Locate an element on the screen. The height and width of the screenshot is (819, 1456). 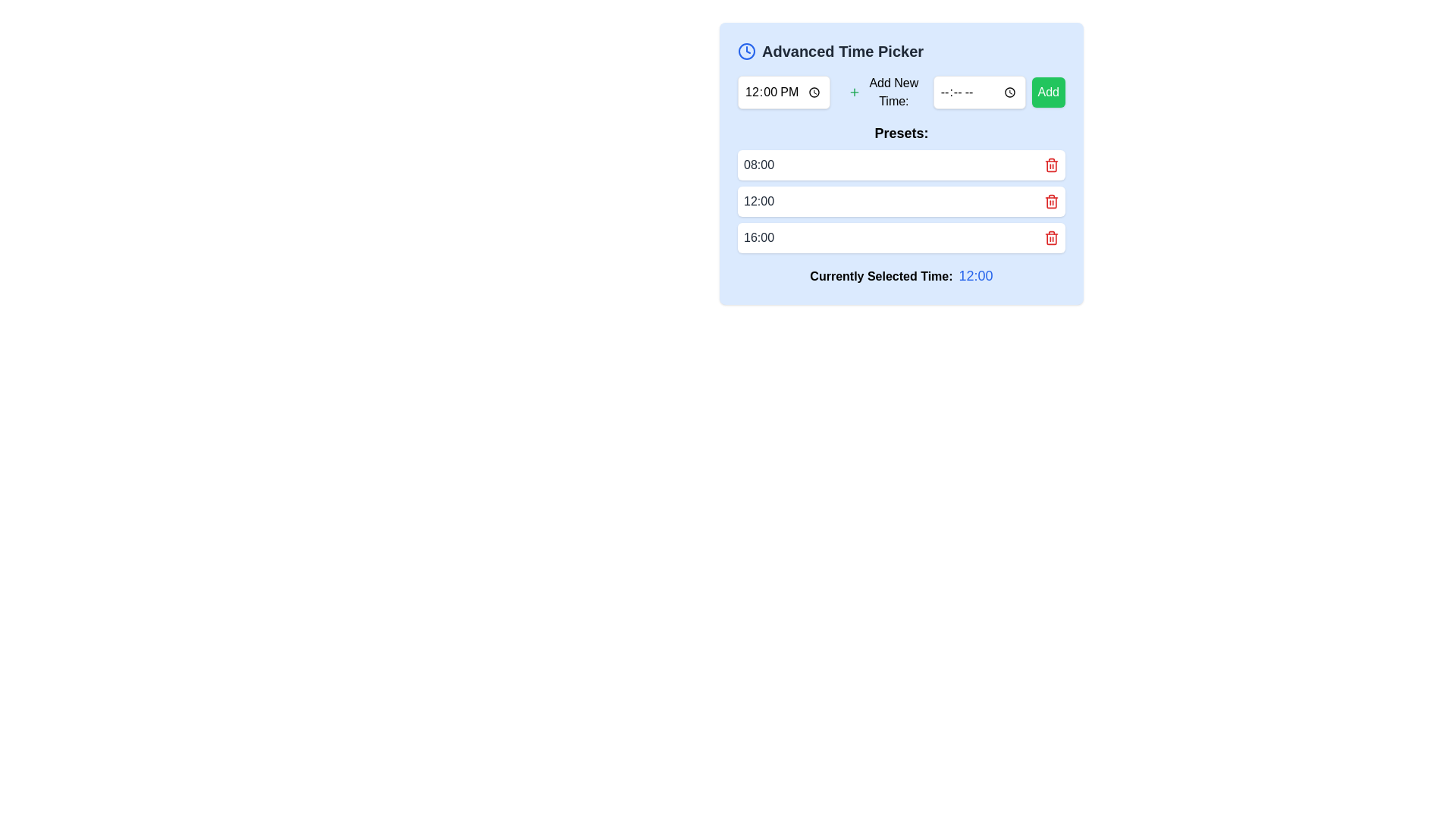
the trash can icon is located at coordinates (1051, 165).